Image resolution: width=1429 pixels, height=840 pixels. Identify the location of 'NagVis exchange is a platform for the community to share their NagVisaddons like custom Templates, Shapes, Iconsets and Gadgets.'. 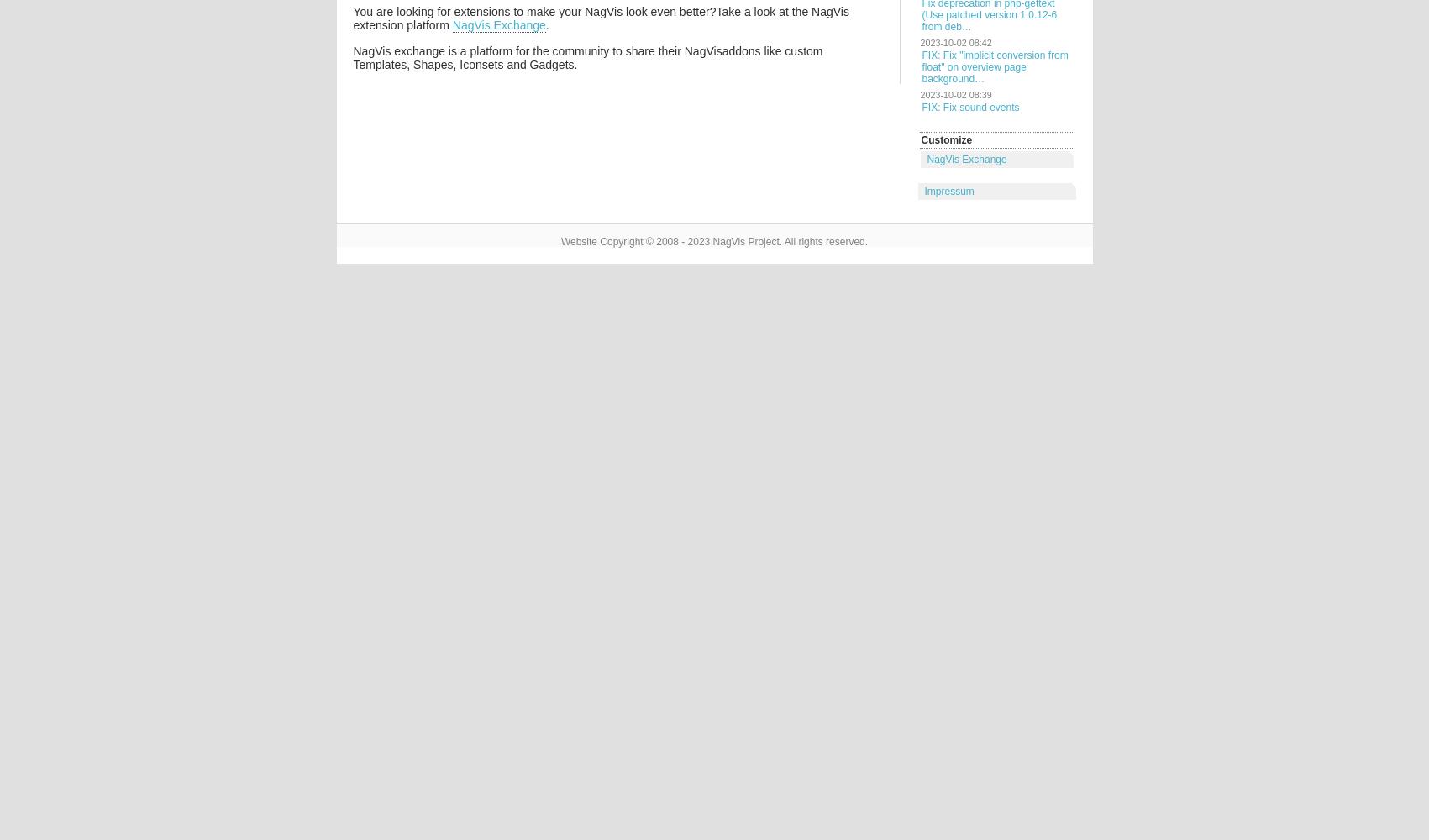
(586, 57).